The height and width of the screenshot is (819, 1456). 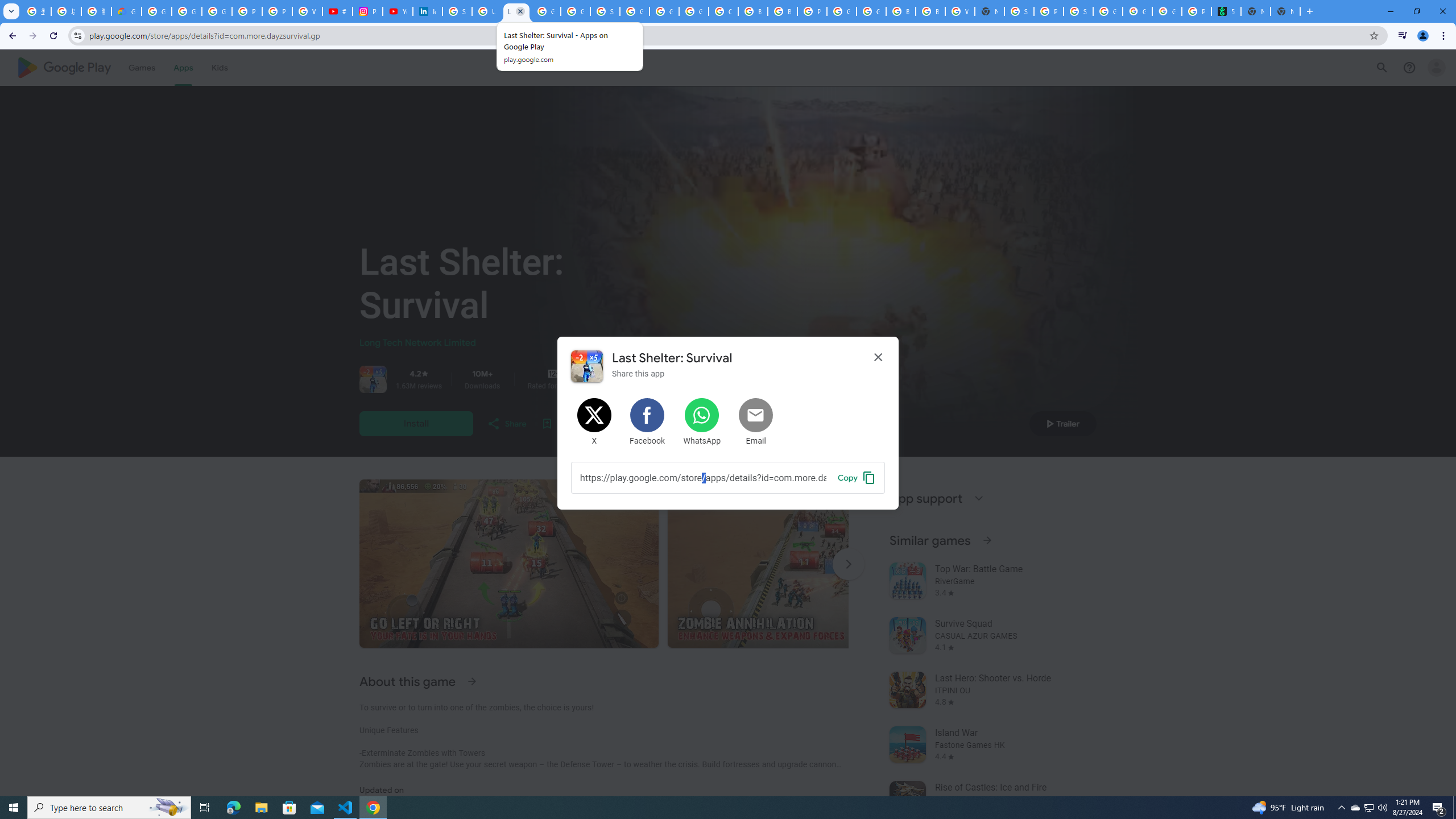 What do you see at coordinates (594, 422) in the screenshot?
I see `'Share on X (formerly Twitter)'` at bounding box center [594, 422].